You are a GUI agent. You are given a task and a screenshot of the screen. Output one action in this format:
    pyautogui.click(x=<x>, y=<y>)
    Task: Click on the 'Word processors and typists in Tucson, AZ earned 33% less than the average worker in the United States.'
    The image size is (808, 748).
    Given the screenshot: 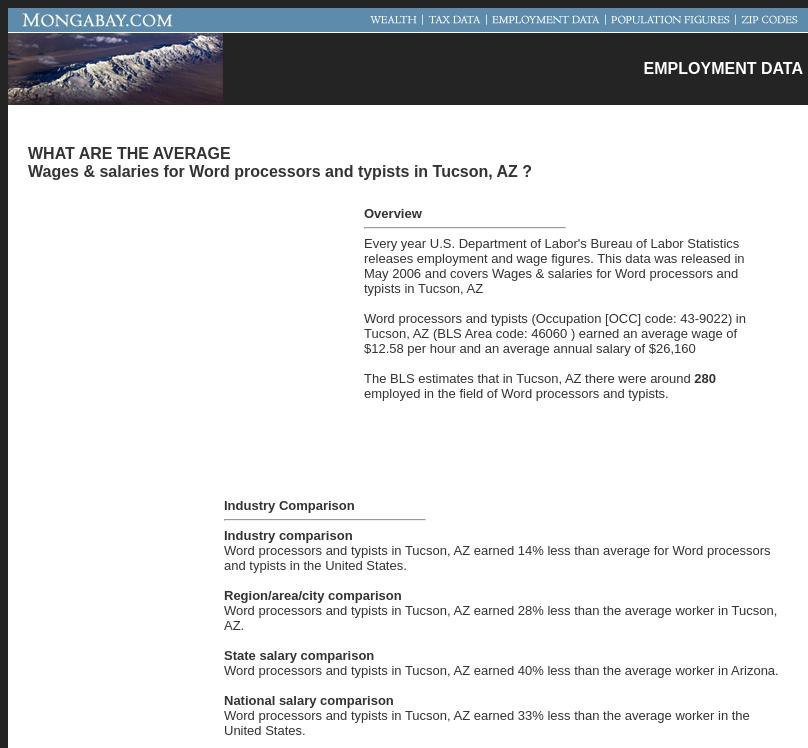 What is the action you would take?
    pyautogui.click(x=486, y=720)
    